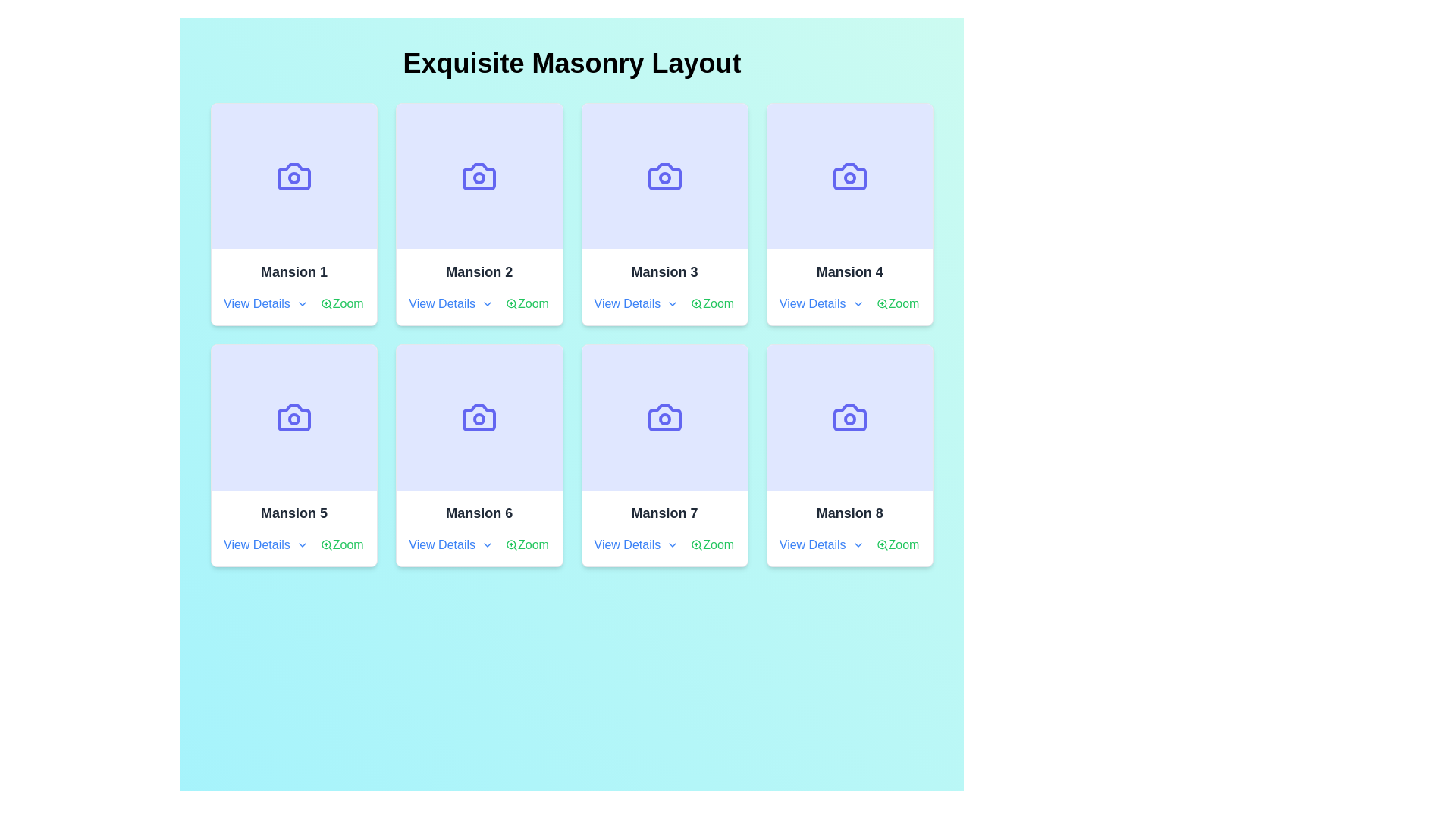  Describe the element at coordinates (897, 544) in the screenshot. I see `the interactive link labeled 'Zoom' with a magnifying glass icon` at that location.